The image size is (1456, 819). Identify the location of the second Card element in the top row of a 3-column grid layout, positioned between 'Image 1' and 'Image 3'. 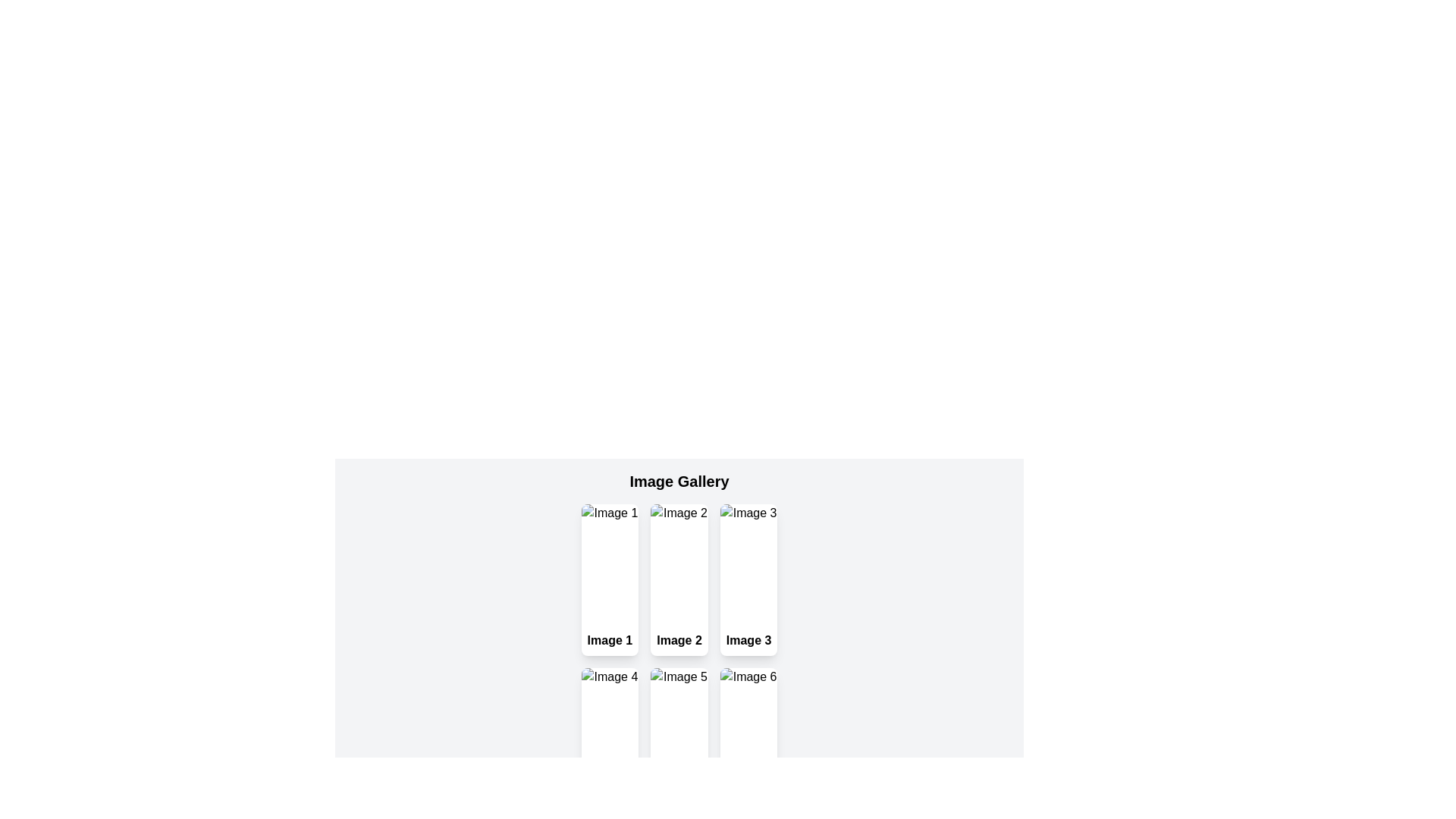
(679, 579).